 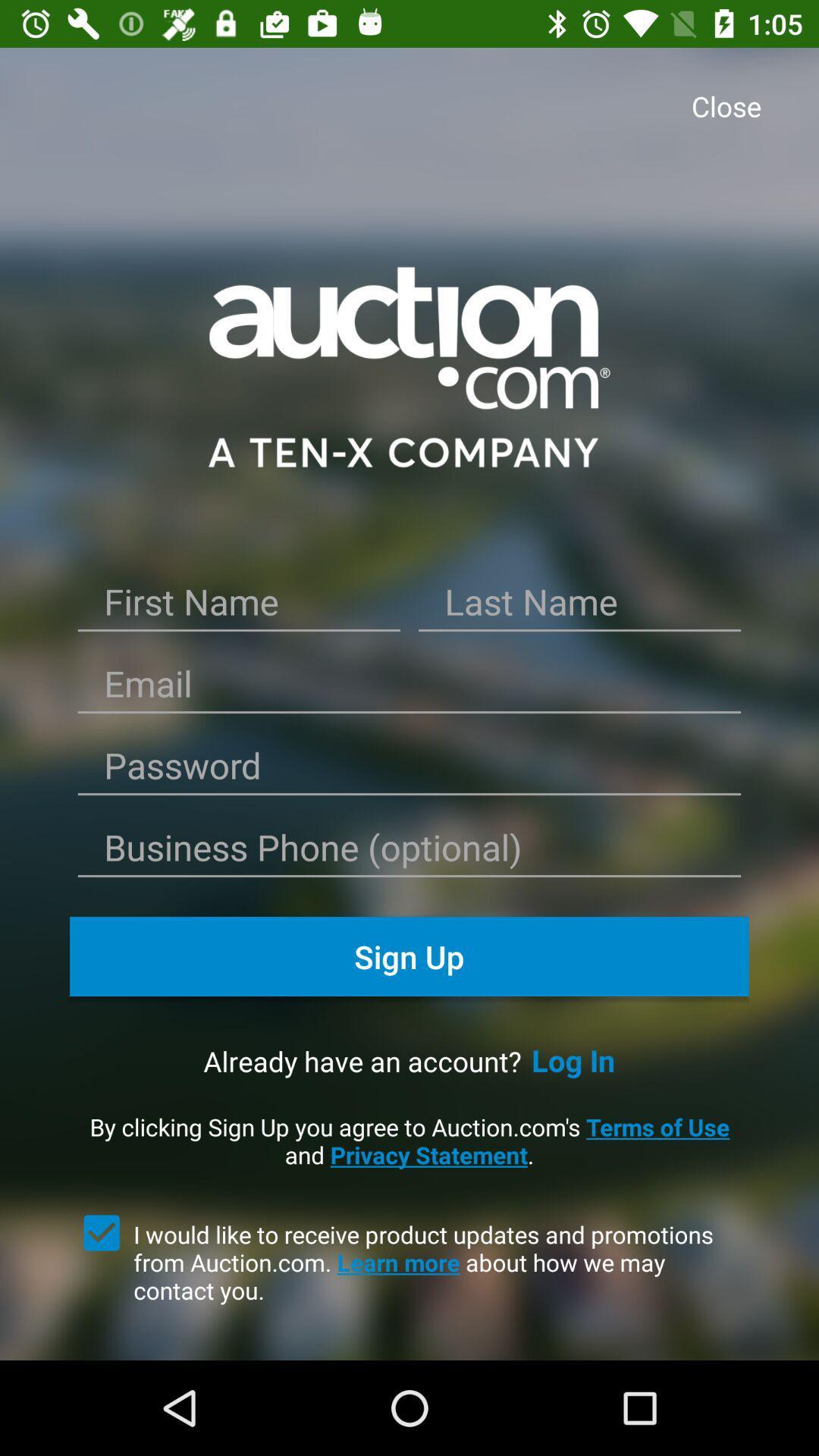 What do you see at coordinates (573, 1059) in the screenshot?
I see `the item below sign up icon` at bounding box center [573, 1059].